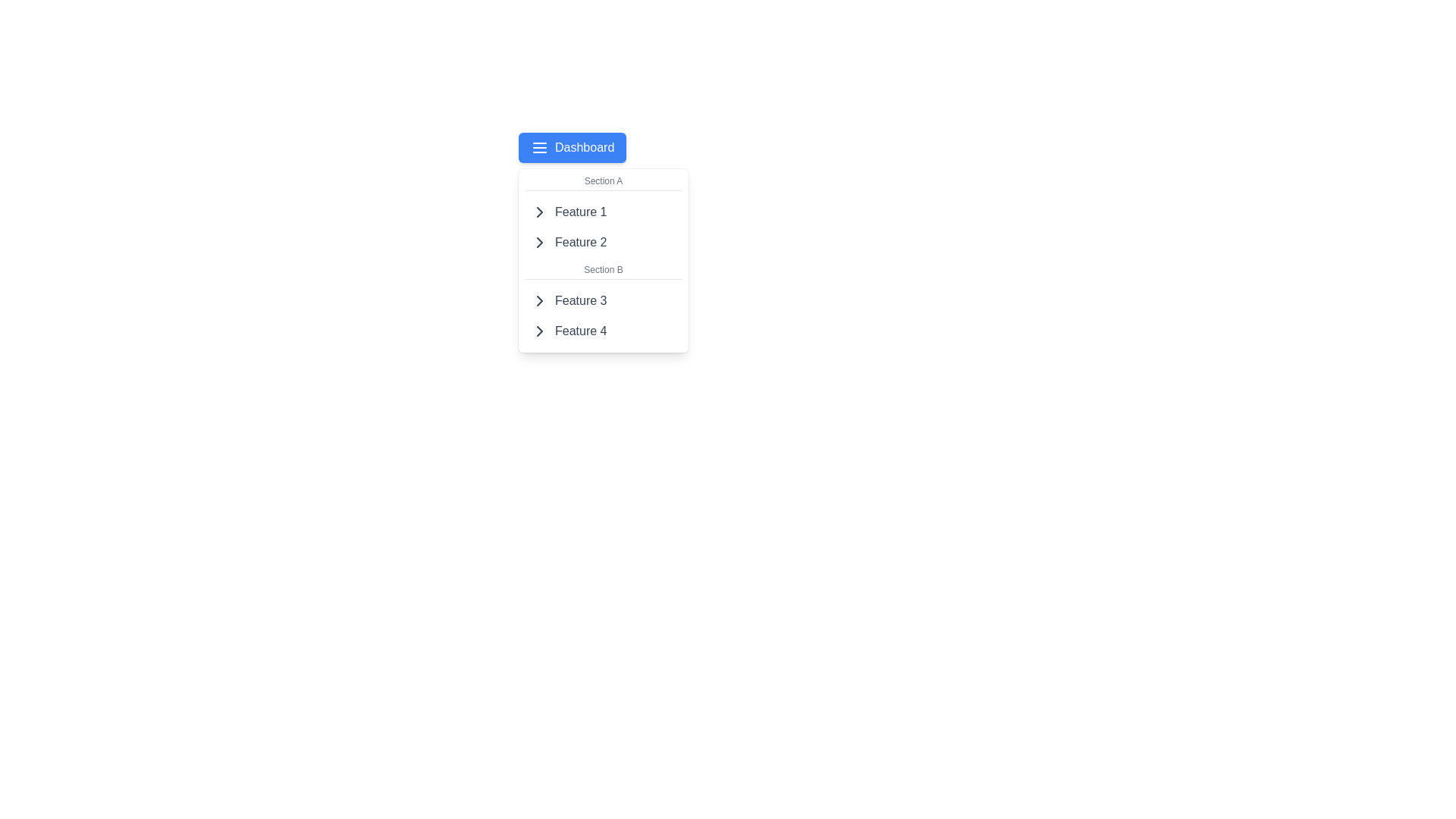 The width and height of the screenshot is (1456, 819). I want to click on the Chevron indicator icon located at the leftmost position of 'Feature 1', so click(539, 212).